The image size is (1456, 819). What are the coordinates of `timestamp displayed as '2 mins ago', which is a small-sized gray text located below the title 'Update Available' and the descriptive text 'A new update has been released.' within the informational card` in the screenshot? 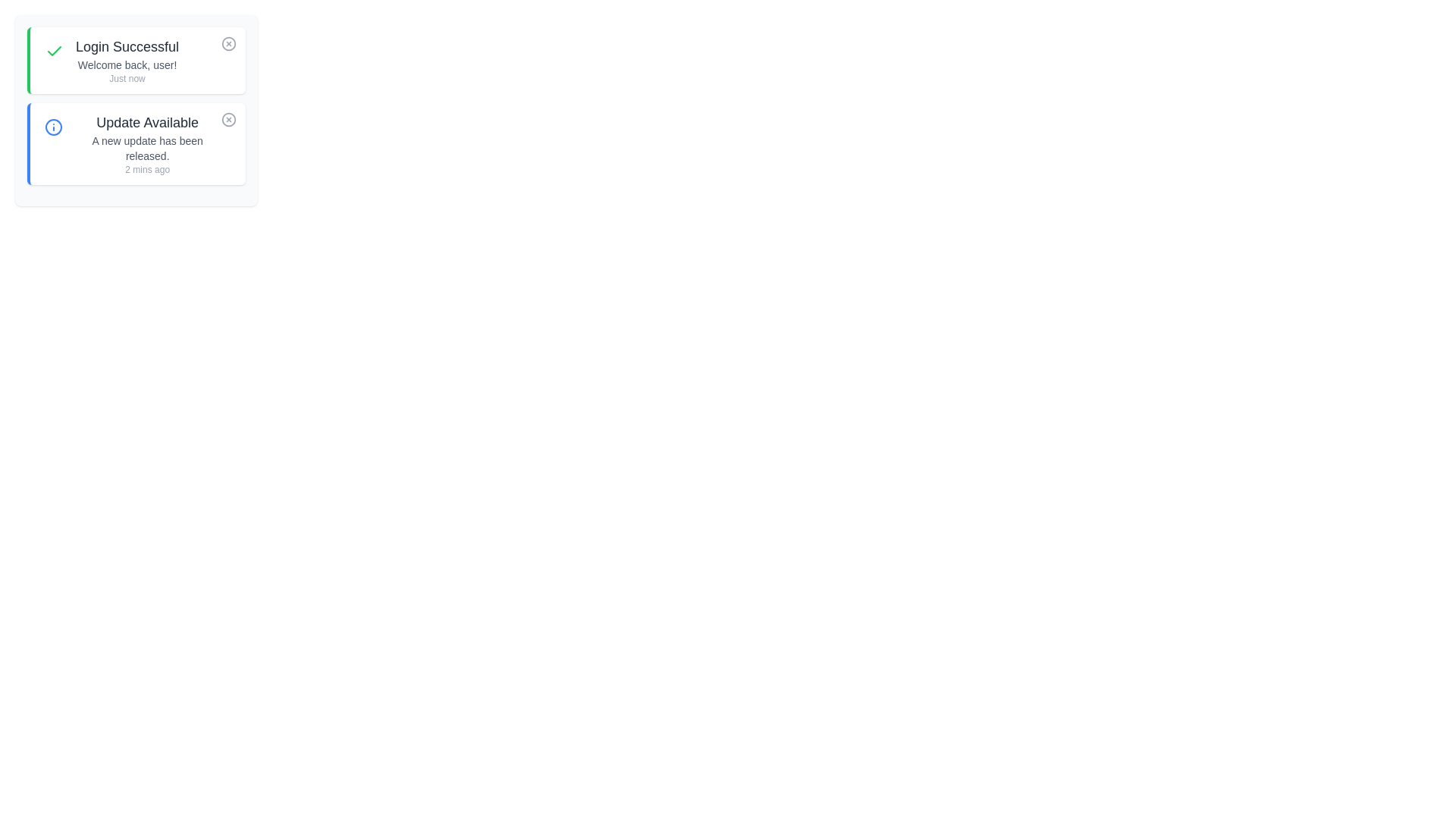 It's located at (147, 169).